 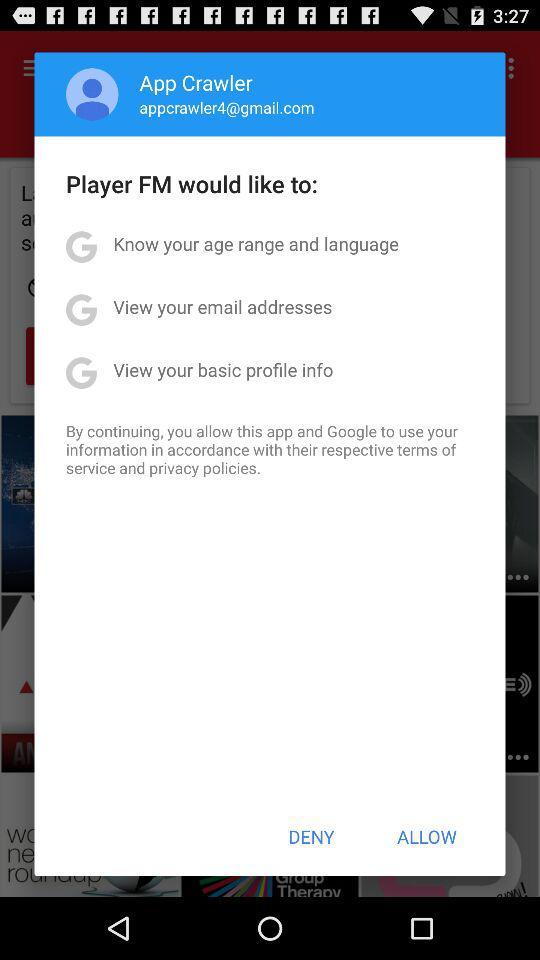 I want to click on the deny at the bottom, so click(x=311, y=836).